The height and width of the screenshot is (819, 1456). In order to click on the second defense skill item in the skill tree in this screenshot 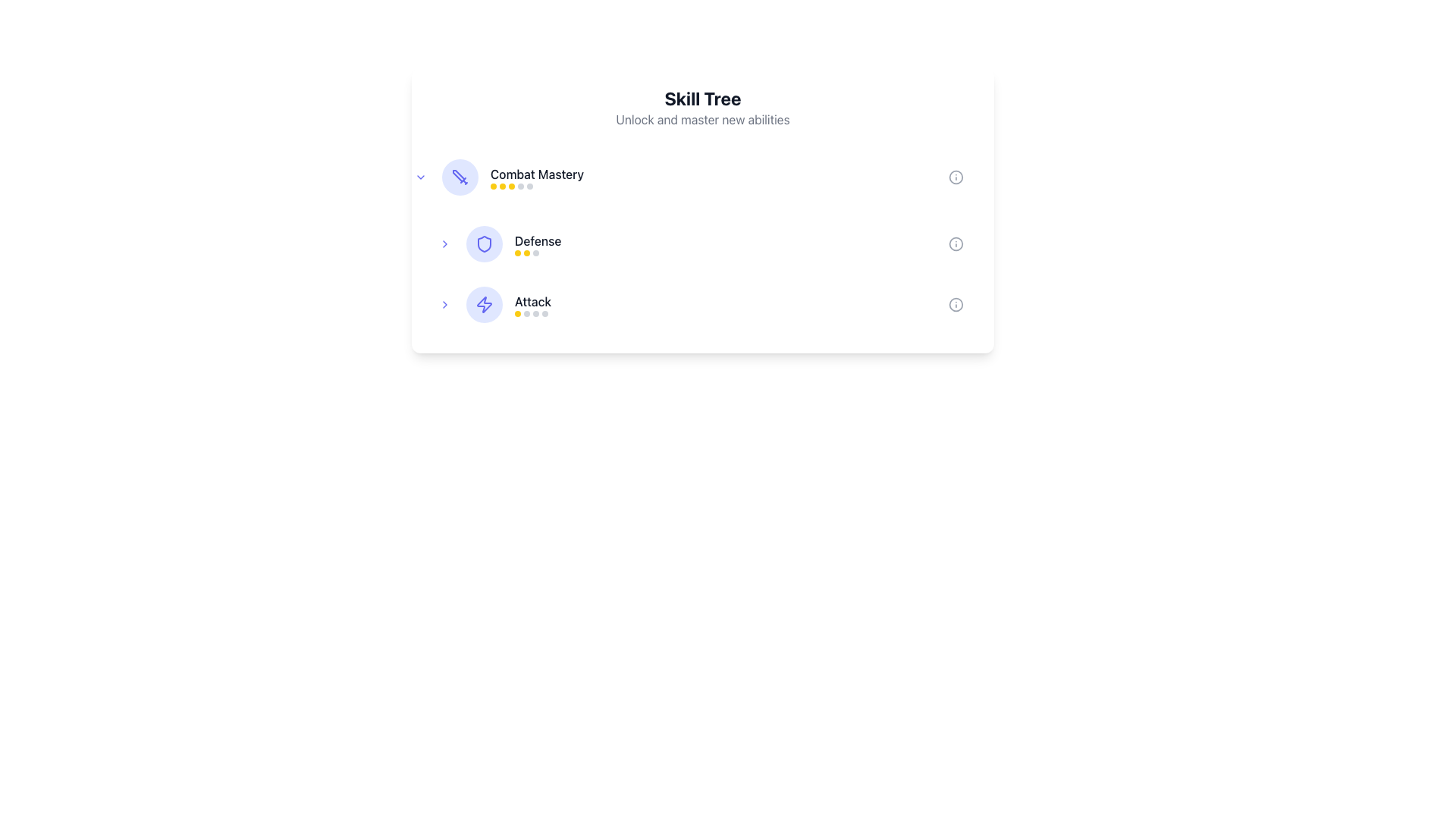, I will do `click(701, 275)`.